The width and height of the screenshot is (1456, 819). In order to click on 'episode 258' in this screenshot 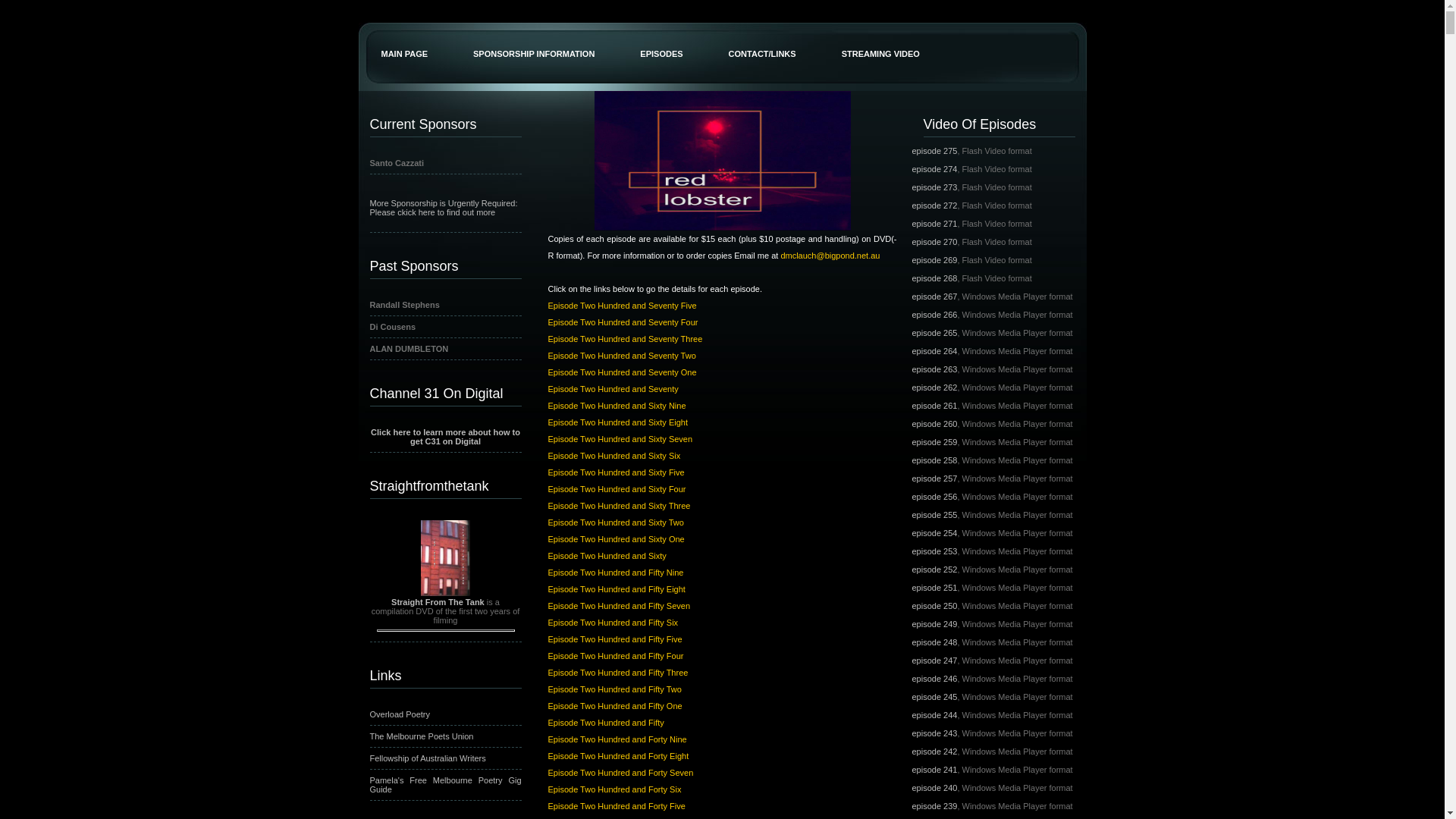, I will do `click(934, 459)`.